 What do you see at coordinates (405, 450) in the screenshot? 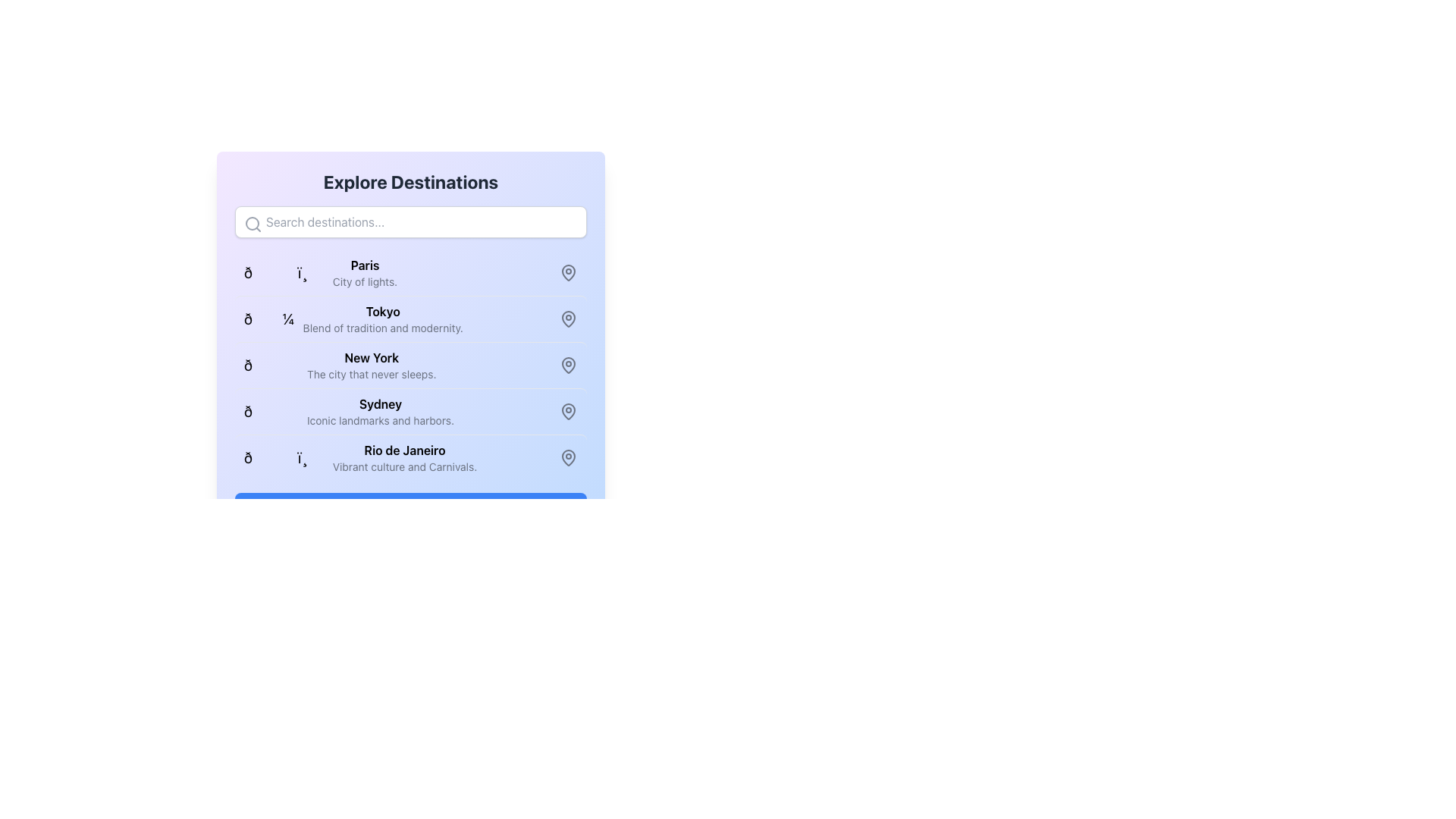
I see `the text label 'Rio de Janeiro' which is located in the fifth item of a vertical list of destinations, above 'Vibrant culture and Carnivals.' and below 'Sydney'` at bounding box center [405, 450].